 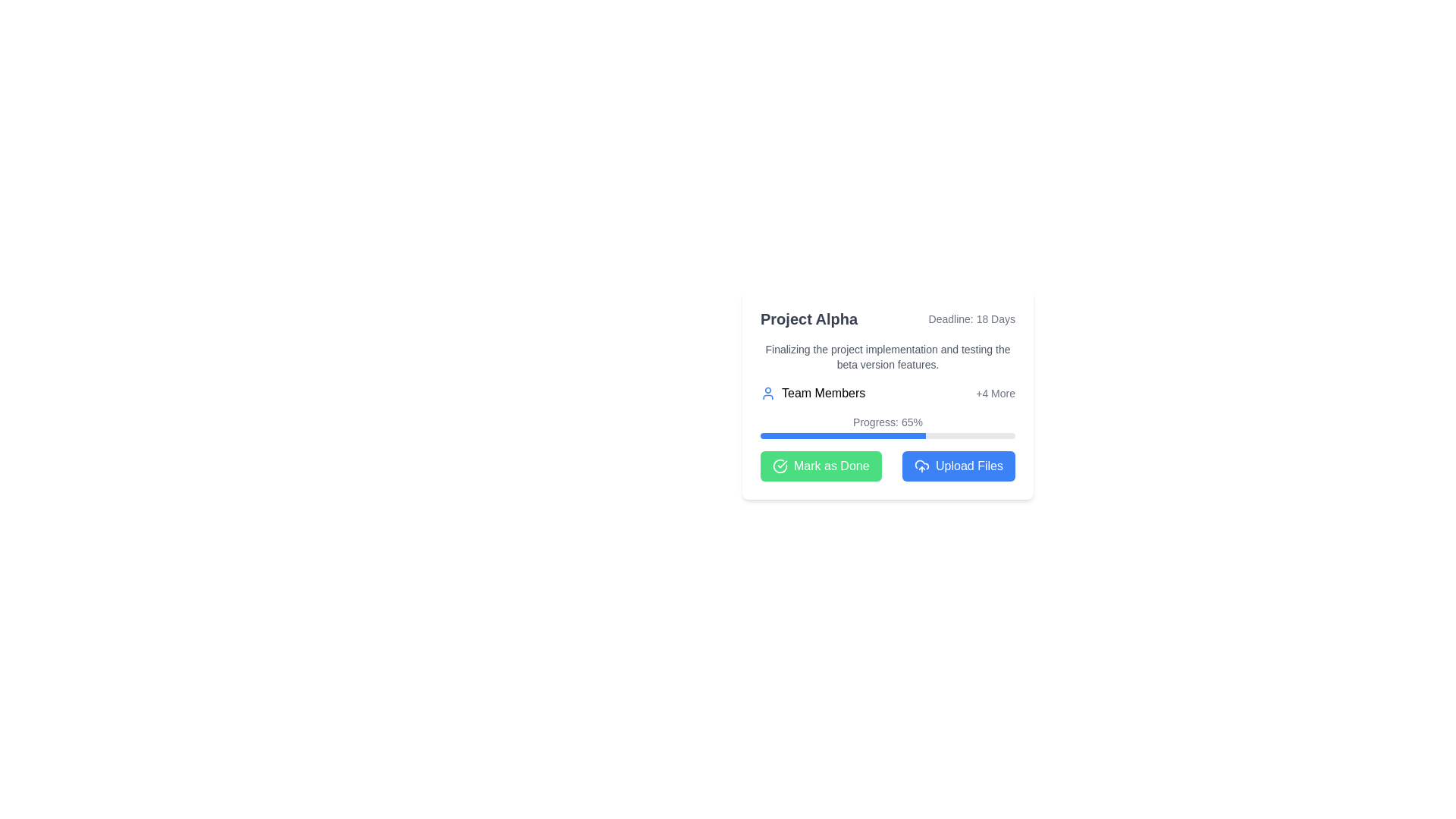 I want to click on the progress bar indicating 65% completion, which is styled with rounded edges and located beneath the label 'Progress: 65%', so click(x=888, y=435).